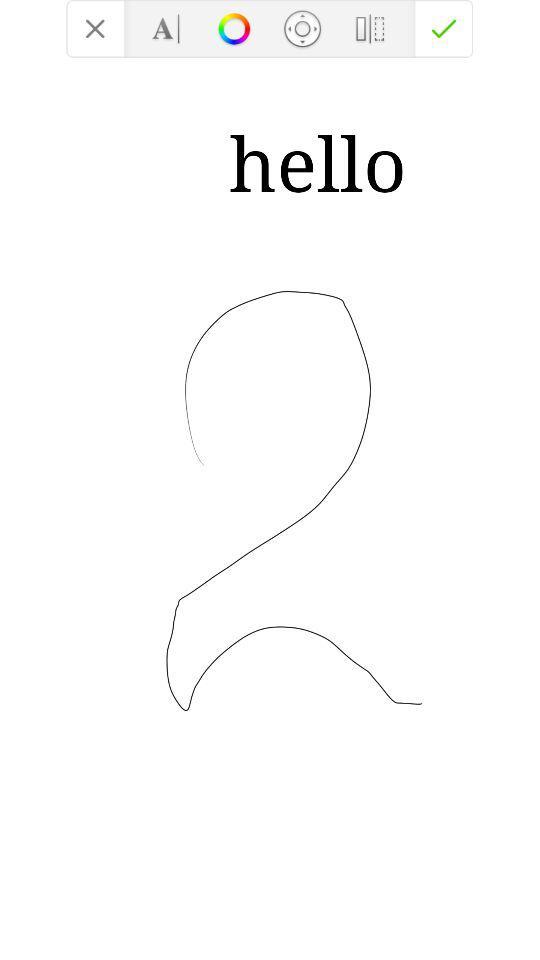 The image size is (540, 960). What do you see at coordinates (301, 27) in the screenshot?
I see `the location_crosshair icon` at bounding box center [301, 27].